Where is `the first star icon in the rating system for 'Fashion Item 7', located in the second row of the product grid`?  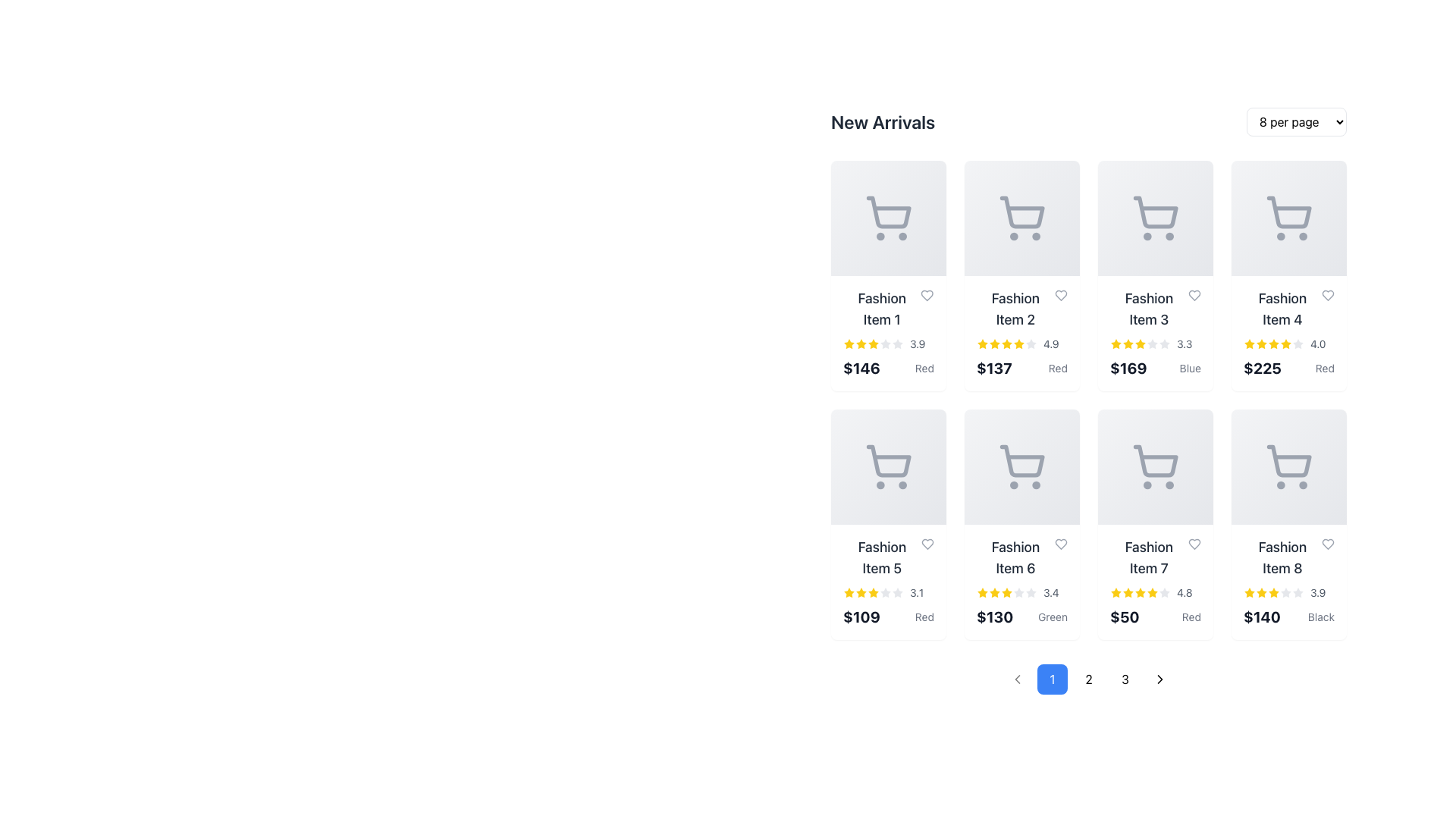
the first star icon in the rating system for 'Fashion Item 7', located in the second row of the product grid is located at coordinates (1116, 592).